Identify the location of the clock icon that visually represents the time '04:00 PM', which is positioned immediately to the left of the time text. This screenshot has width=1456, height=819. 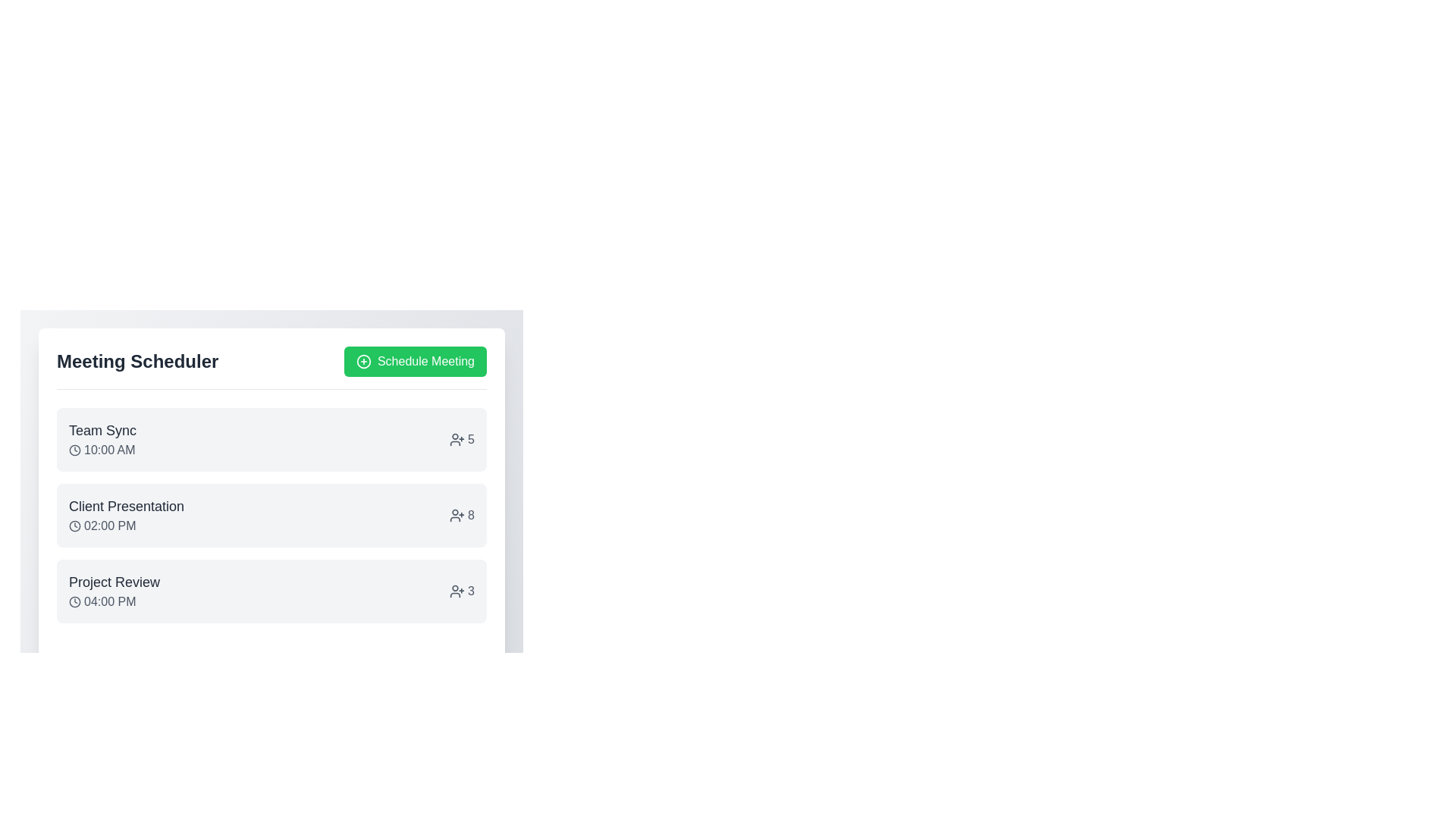
(74, 601).